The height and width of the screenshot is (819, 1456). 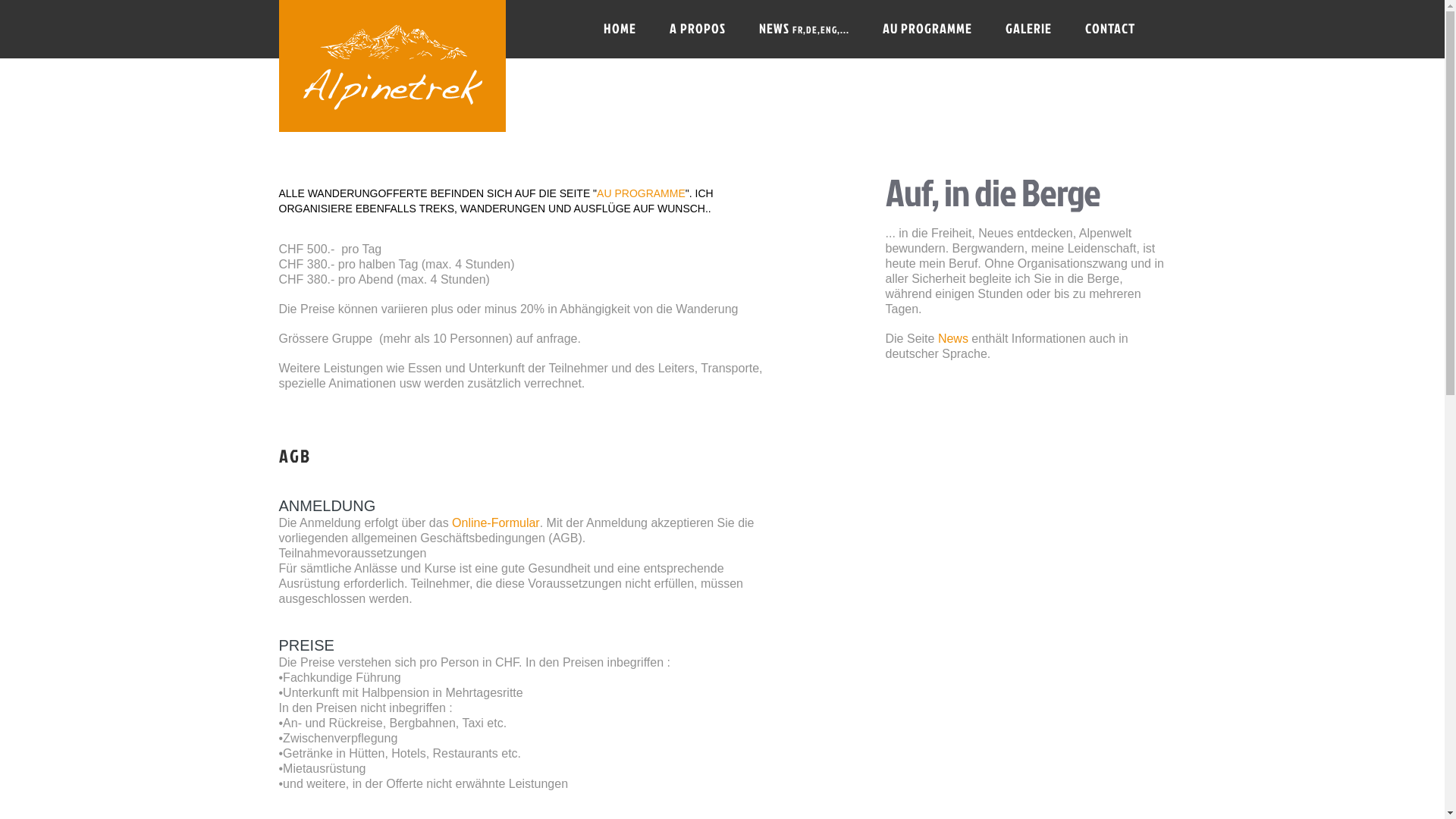 I want to click on 'GALERIE', so click(x=1028, y=29).